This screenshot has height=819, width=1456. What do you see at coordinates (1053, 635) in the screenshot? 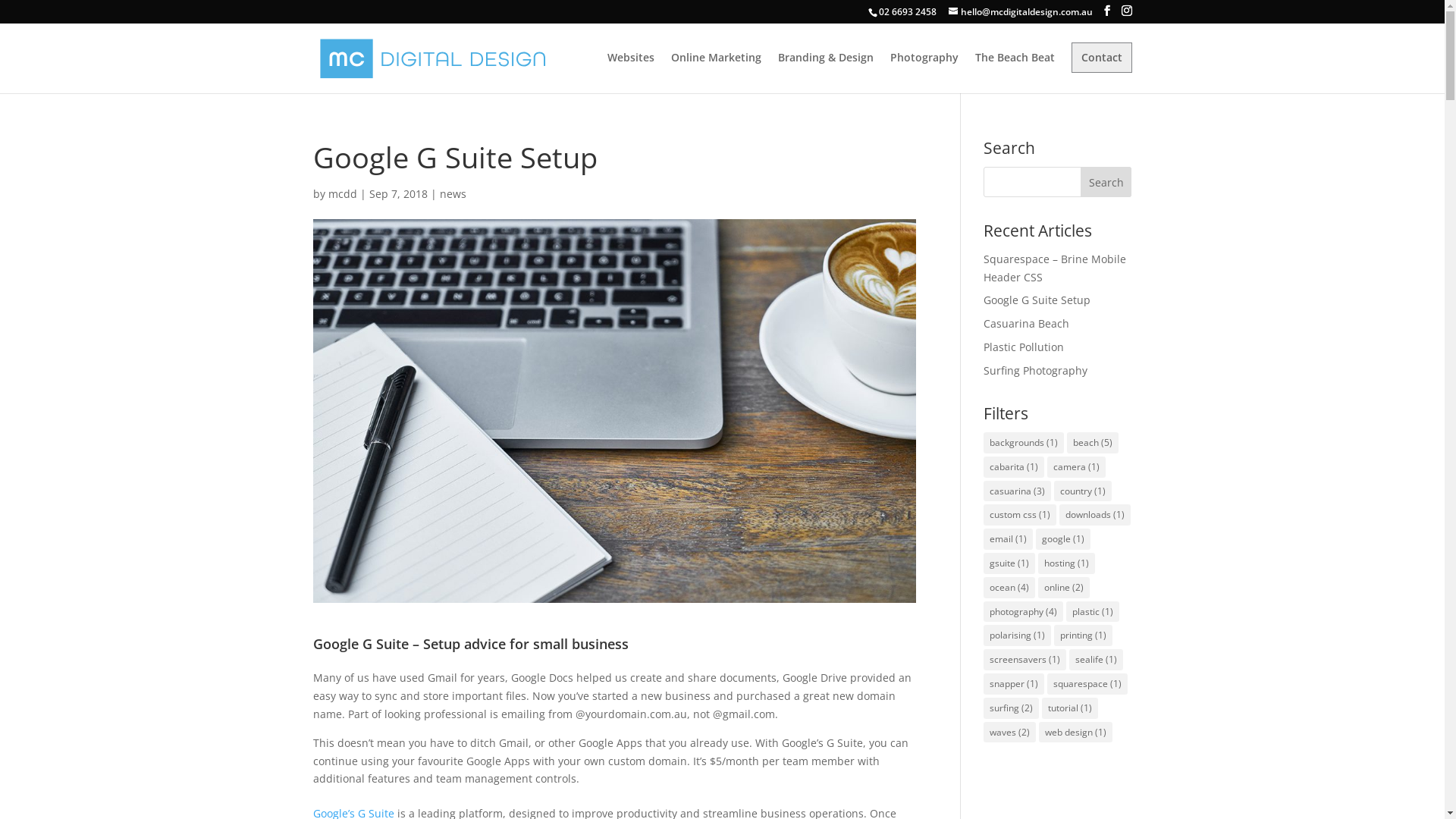
I see `'printing (1)'` at bounding box center [1053, 635].